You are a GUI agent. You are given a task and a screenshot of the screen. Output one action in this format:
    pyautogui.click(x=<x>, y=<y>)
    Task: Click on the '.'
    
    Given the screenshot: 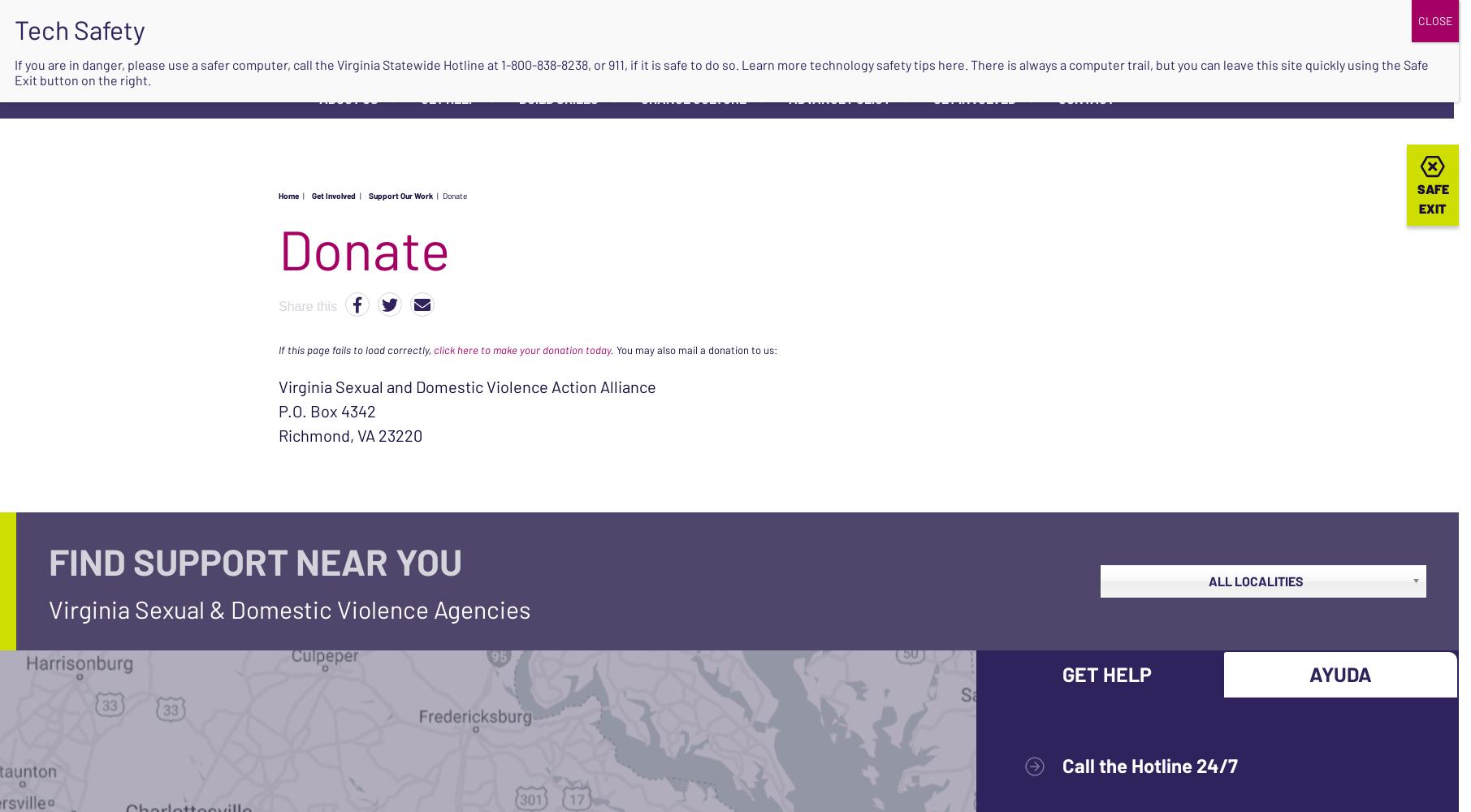 What is the action you would take?
    pyautogui.click(x=611, y=349)
    